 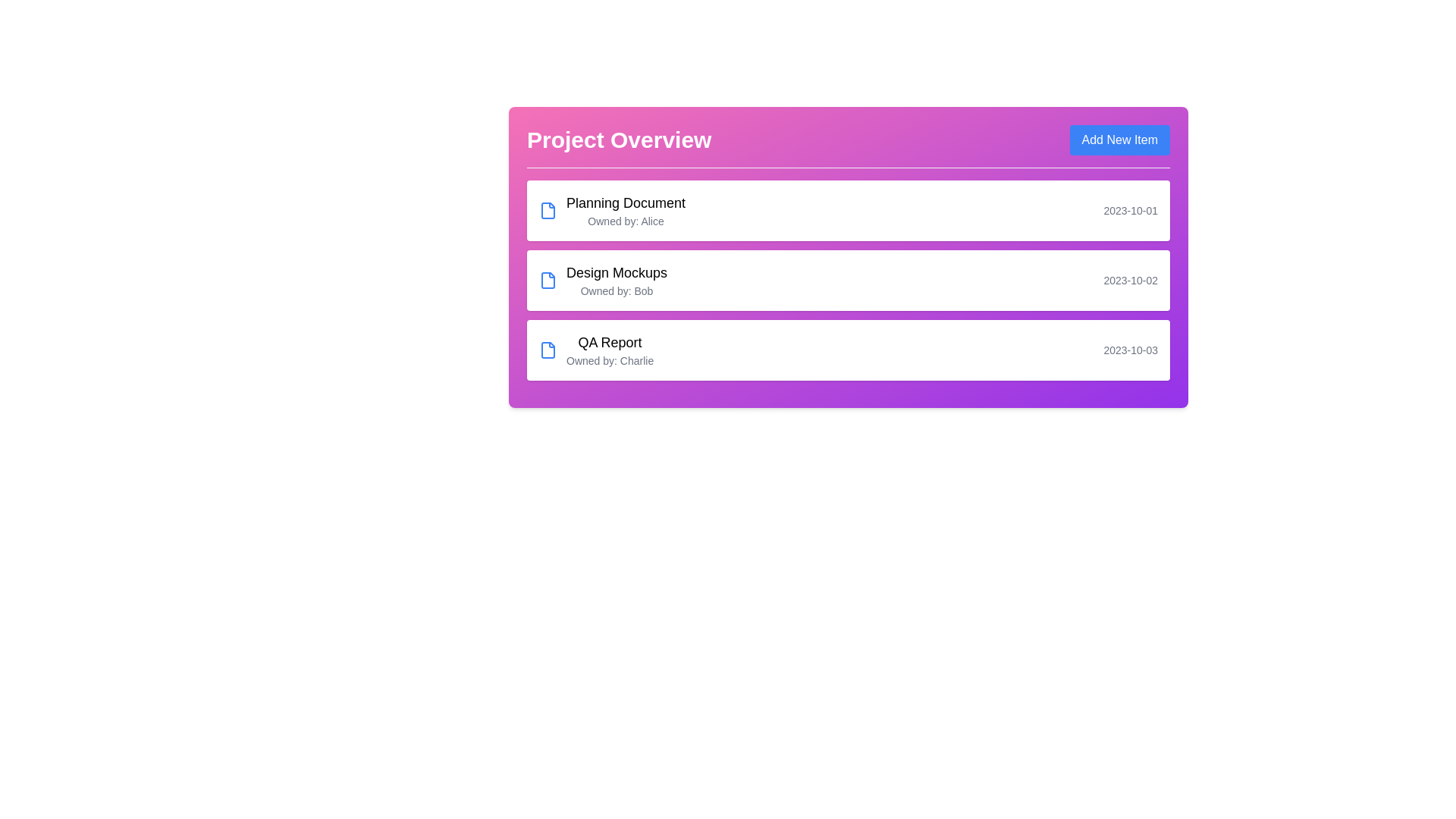 What do you see at coordinates (602, 281) in the screenshot?
I see `the list item titled 'Design Mockups' owned by 'Bob', which is the second item in a vertical list of project cards` at bounding box center [602, 281].